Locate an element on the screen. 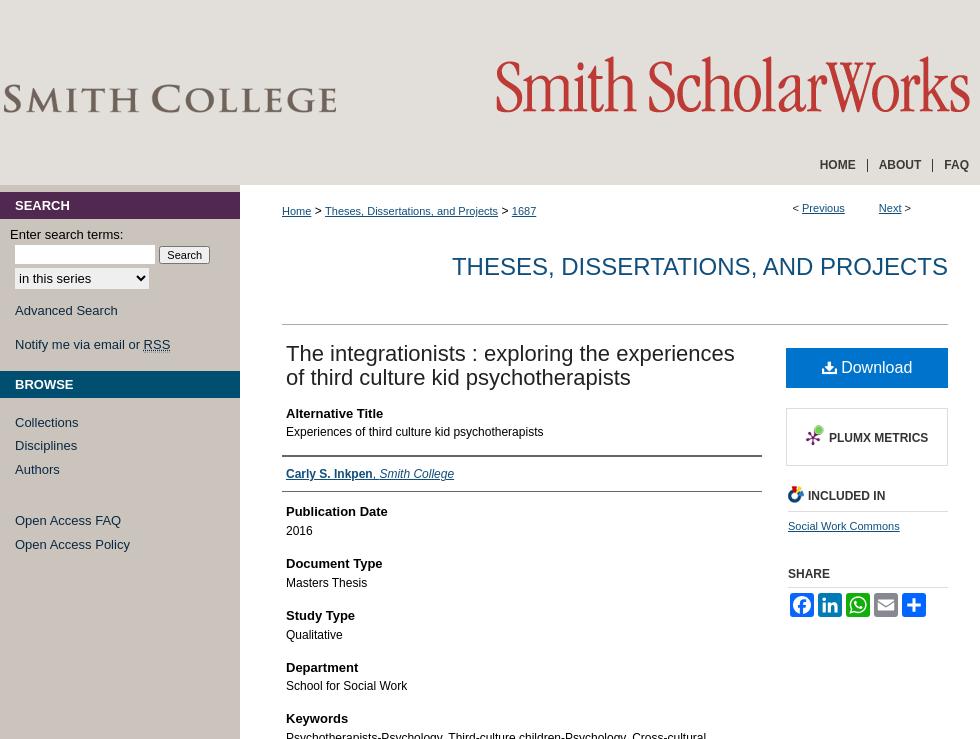 The image size is (980, 739). 'Alternative Title' is located at coordinates (334, 411).